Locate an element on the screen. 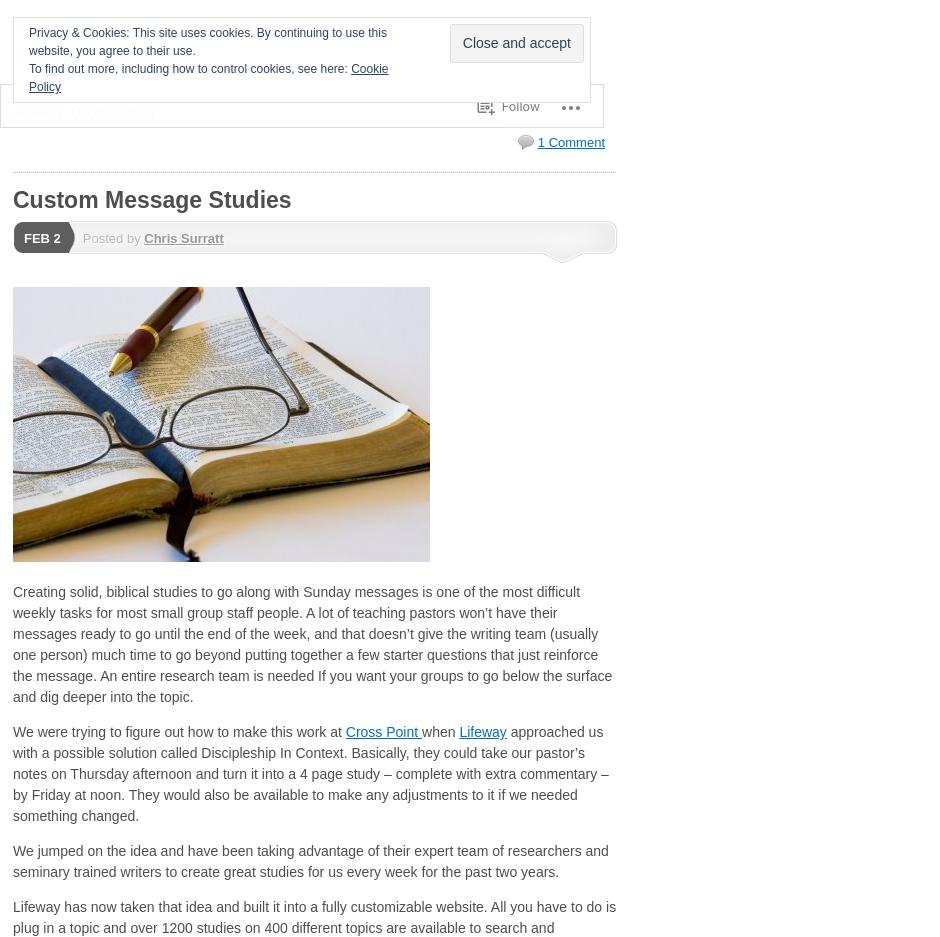 The width and height of the screenshot is (940, 937). 'Cross Point' is located at coordinates (382, 730).